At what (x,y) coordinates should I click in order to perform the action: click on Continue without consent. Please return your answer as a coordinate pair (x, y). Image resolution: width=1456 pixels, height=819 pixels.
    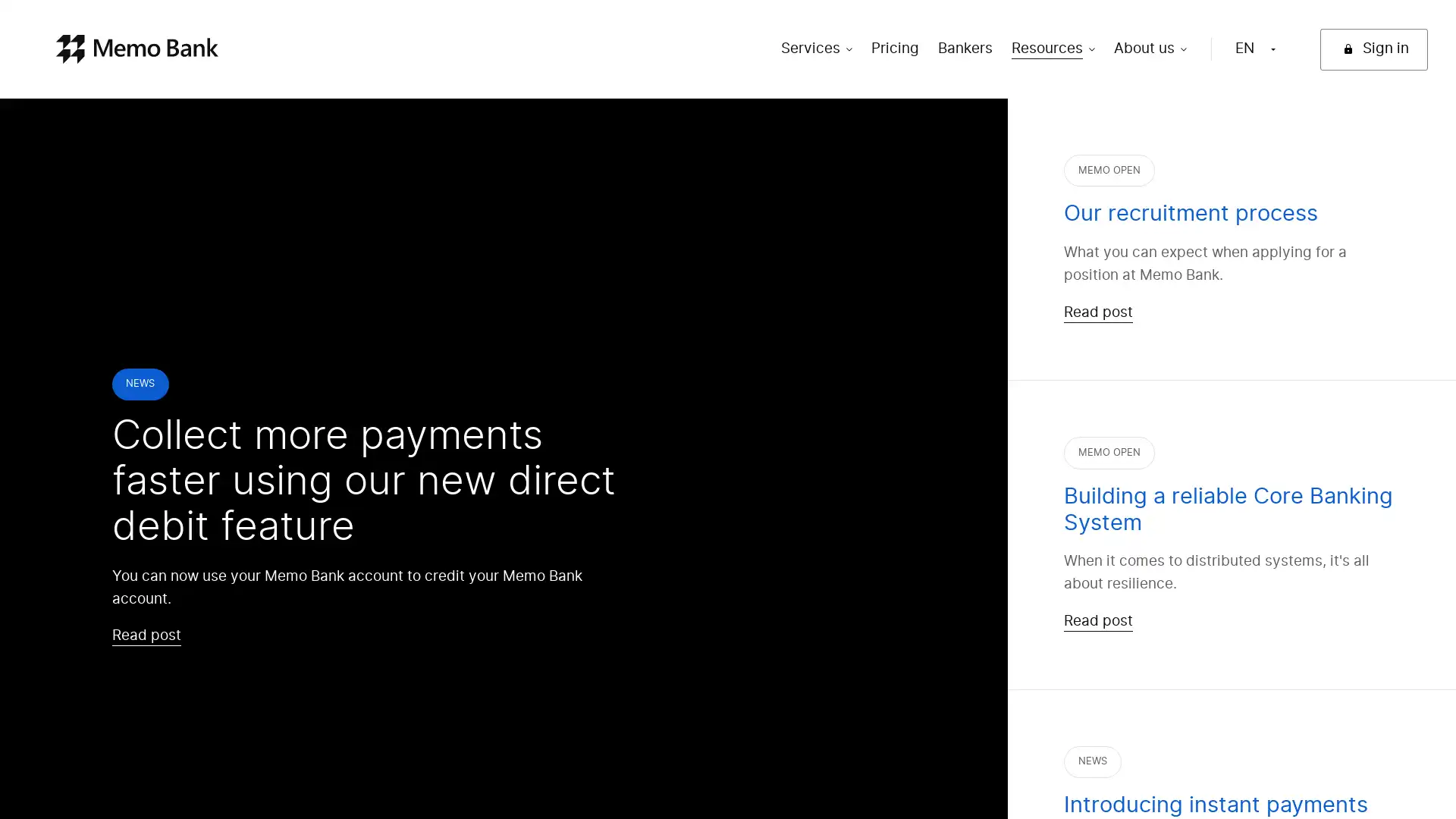
    Looking at the image, I should click on (93, 587).